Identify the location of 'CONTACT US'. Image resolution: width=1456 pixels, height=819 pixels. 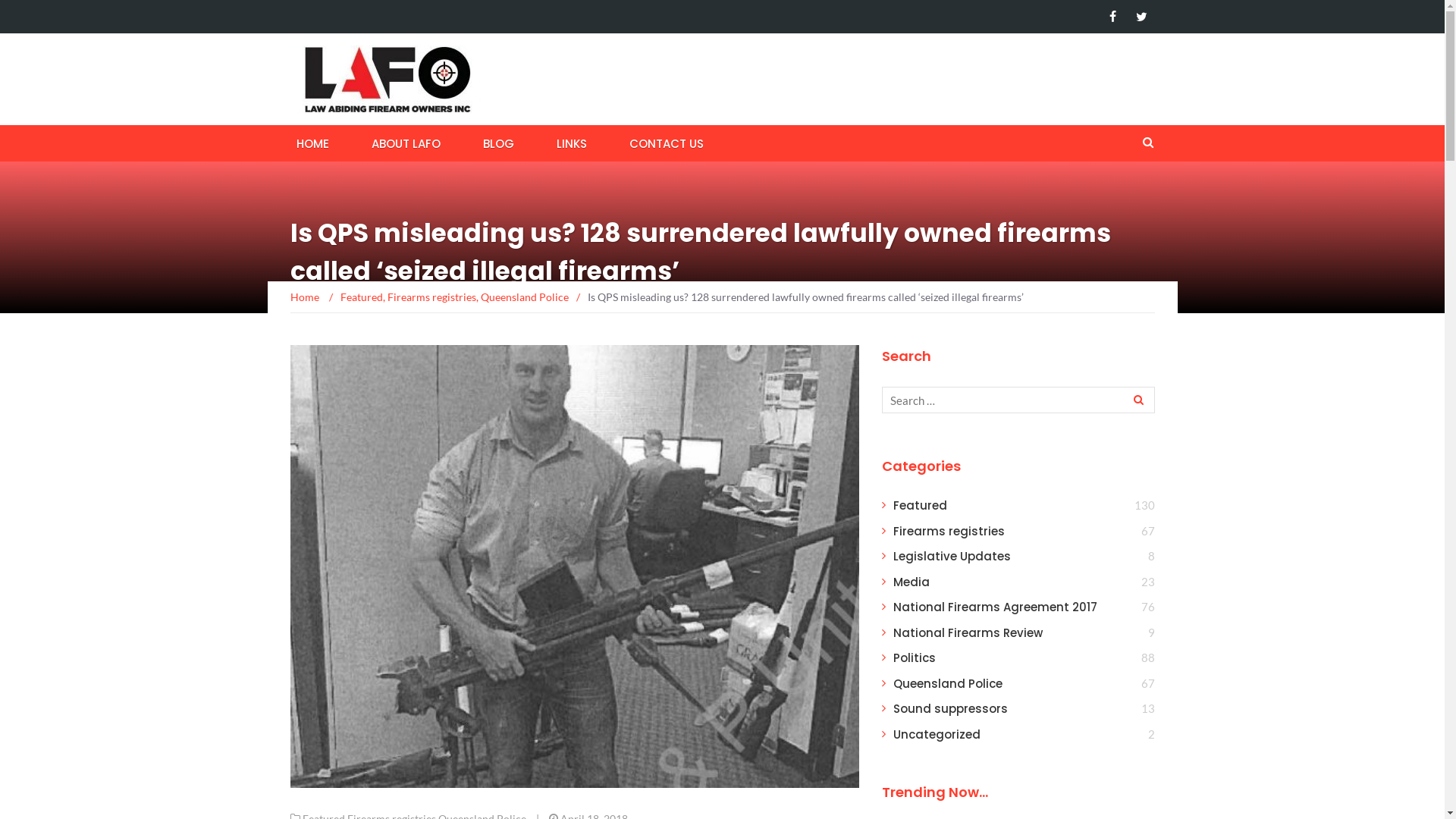
(666, 143).